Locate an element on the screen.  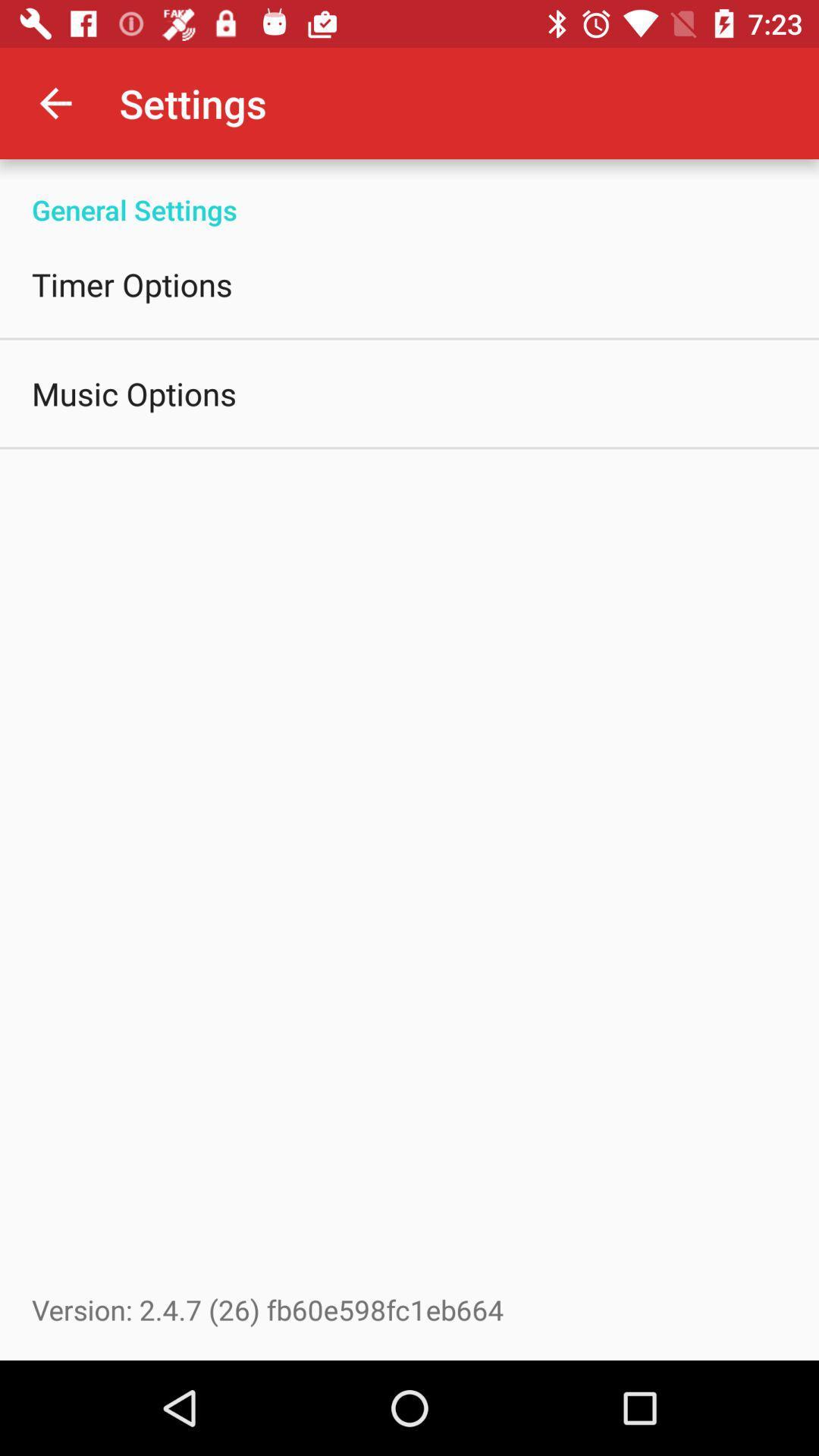
the general settings is located at coordinates (409, 193).